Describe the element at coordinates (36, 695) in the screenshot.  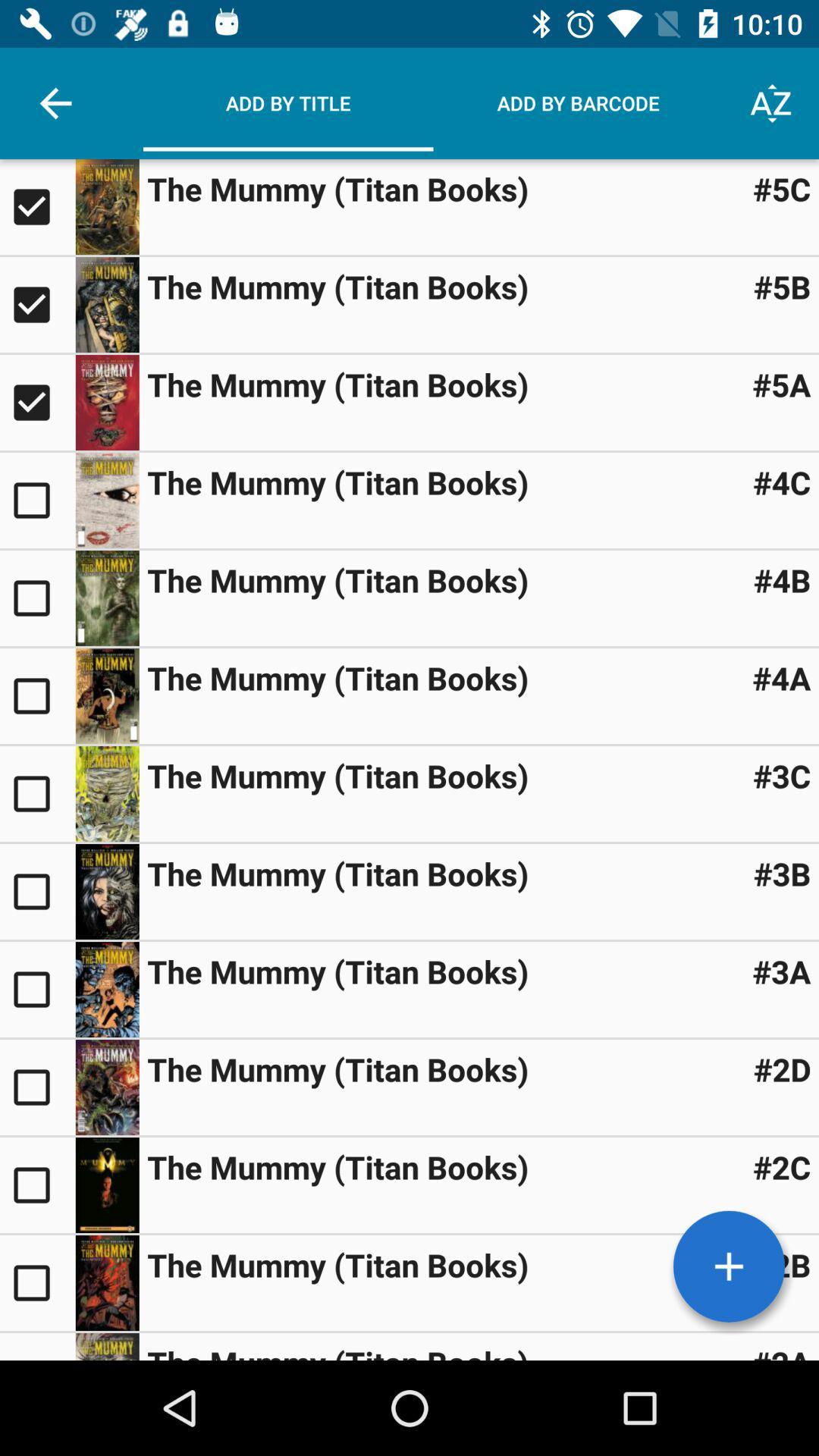
I see `adds book` at that location.